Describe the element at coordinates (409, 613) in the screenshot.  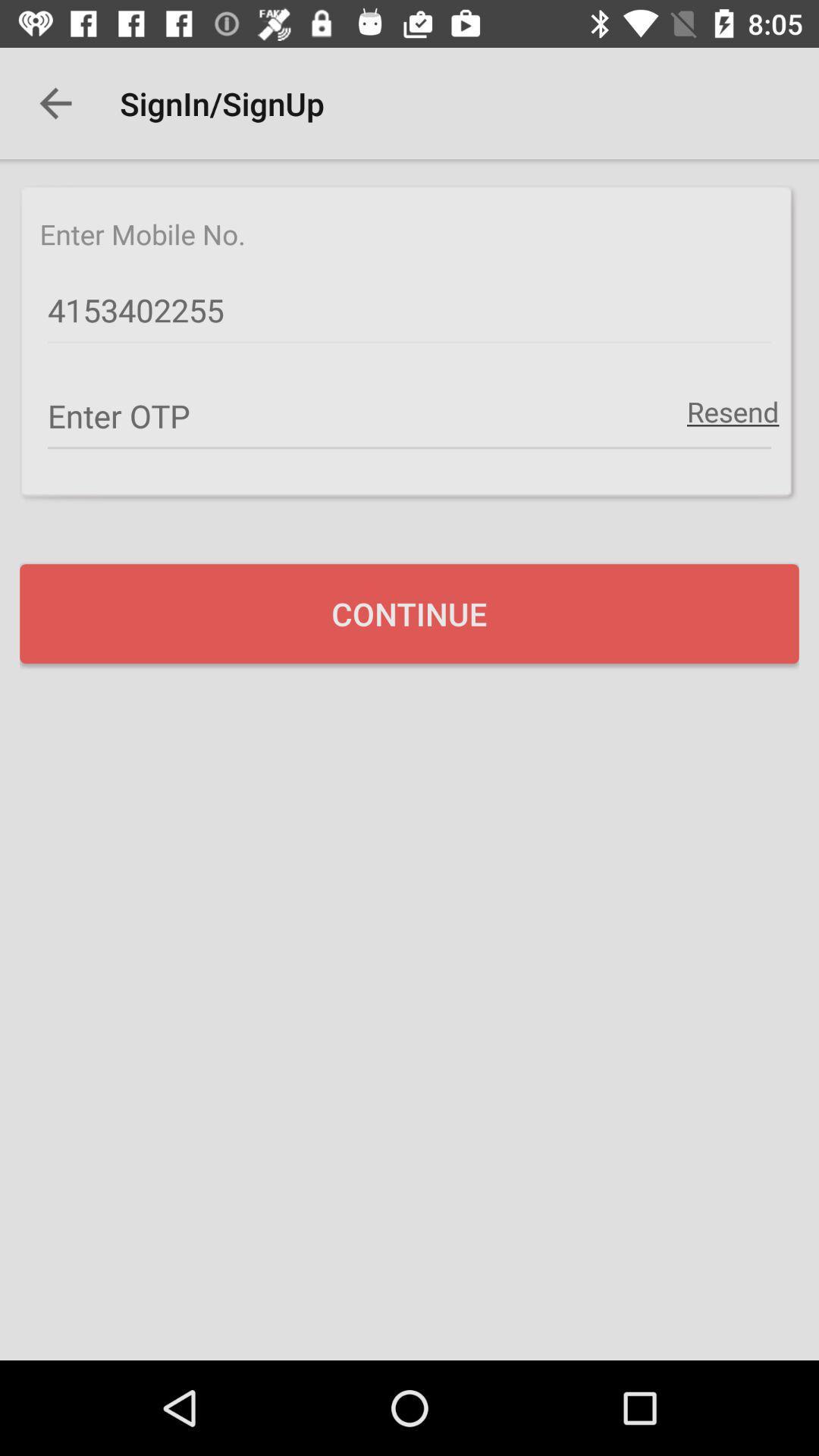
I see `icon at the center` at that location.